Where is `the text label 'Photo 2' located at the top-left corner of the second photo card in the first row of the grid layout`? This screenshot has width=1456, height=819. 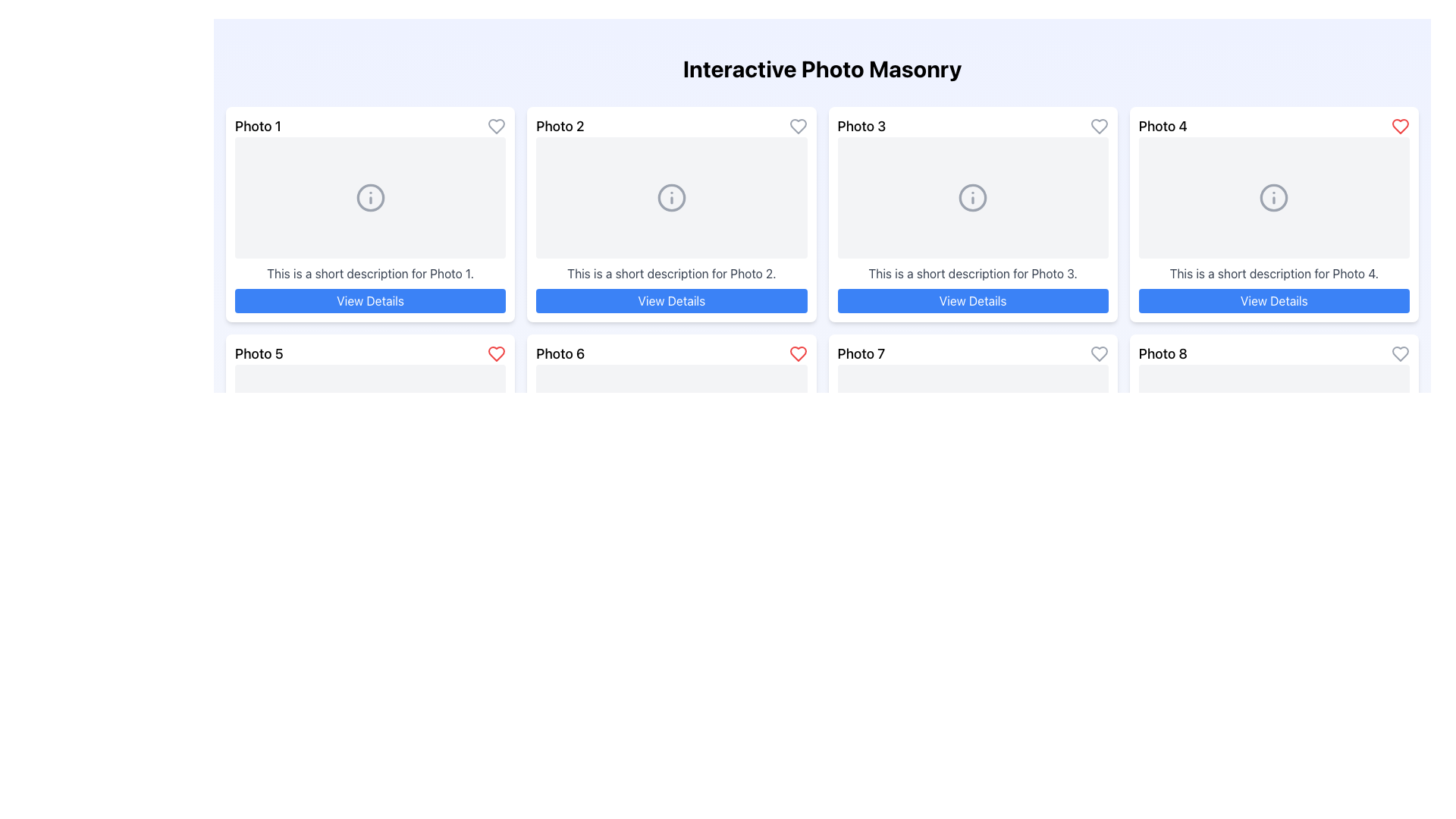 the text label 'Photo 2' located at the top-left corner of the second photo card in the first row of the grid layout is located at coordinates (560, 125).